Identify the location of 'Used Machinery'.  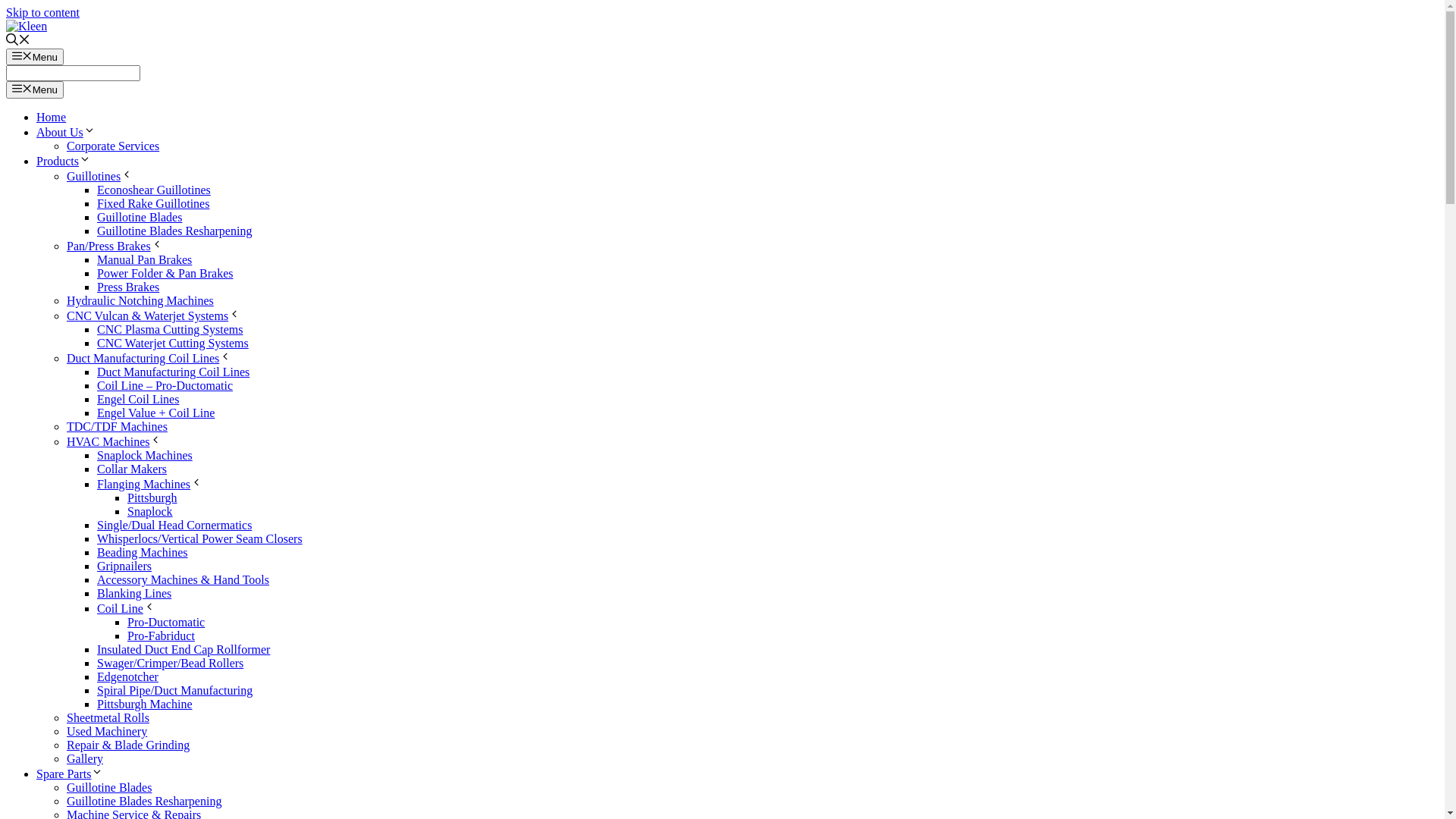
(105, 730).